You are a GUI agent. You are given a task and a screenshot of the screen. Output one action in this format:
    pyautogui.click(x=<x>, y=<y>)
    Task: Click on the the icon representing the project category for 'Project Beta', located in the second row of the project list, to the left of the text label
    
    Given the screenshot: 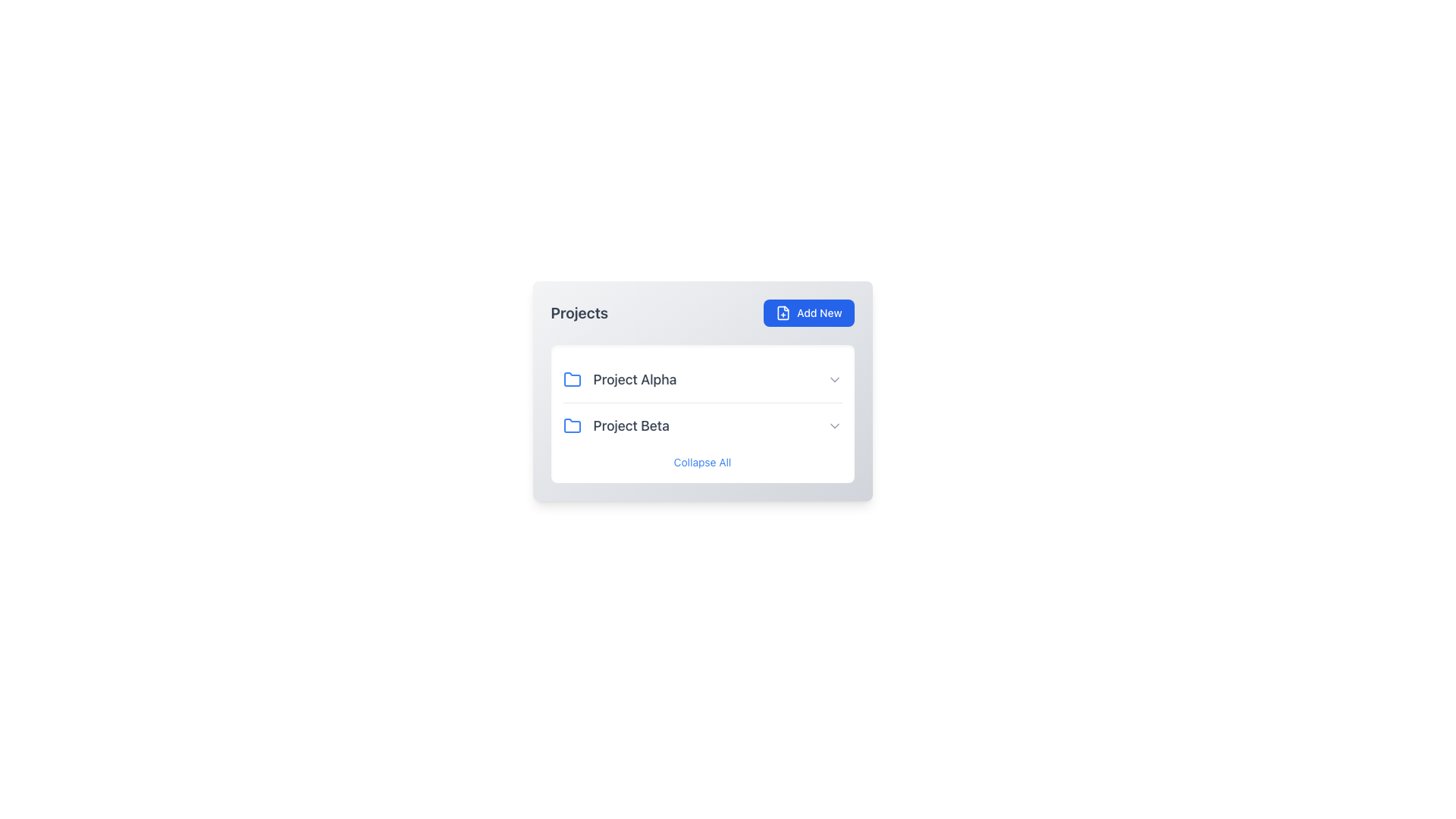 What is the action you would take?
    pyautogui.click(x=571, y=426)
    